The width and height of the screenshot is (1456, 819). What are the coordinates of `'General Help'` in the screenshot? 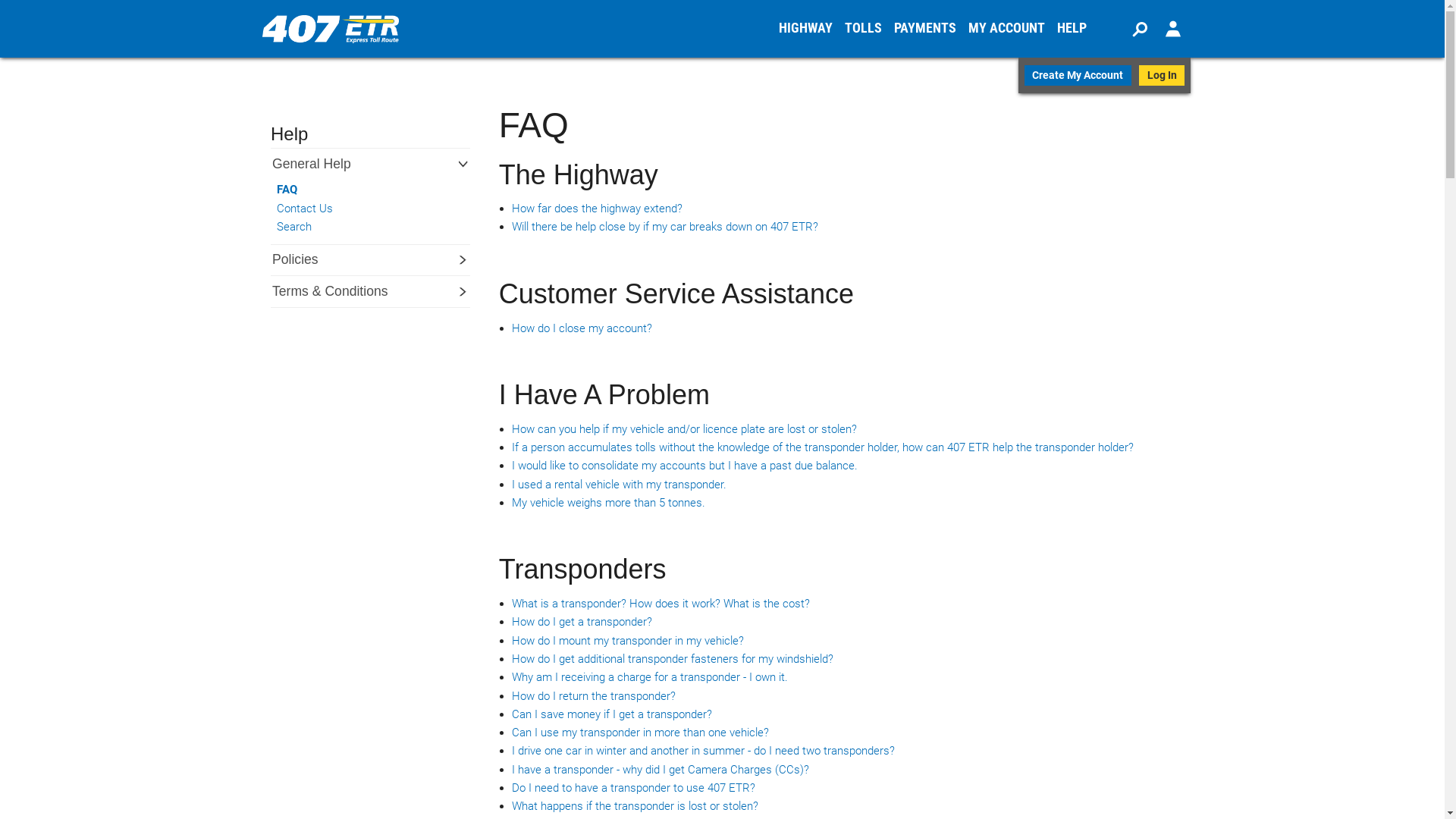 It's located at (319, 164).